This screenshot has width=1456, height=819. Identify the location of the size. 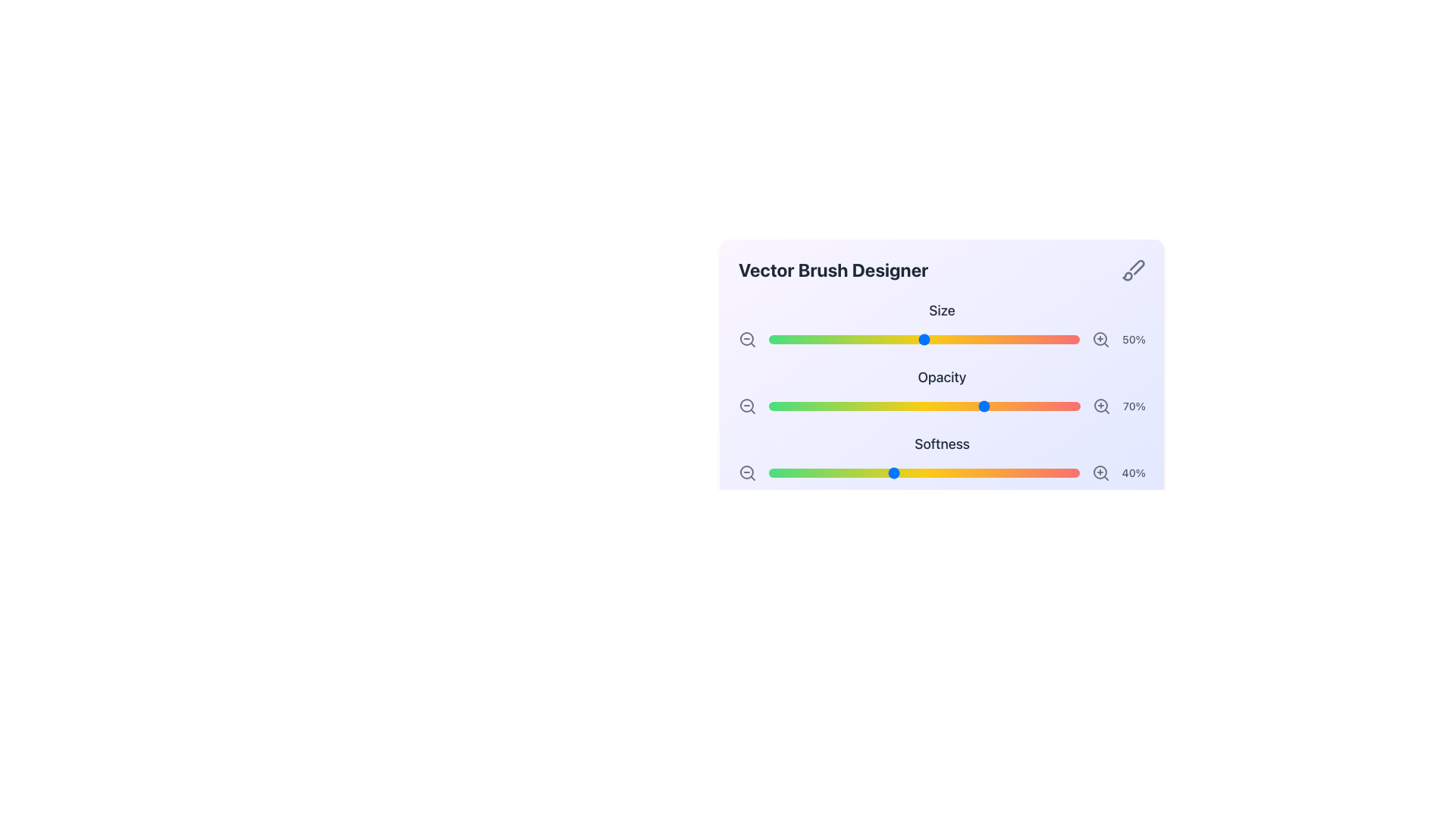
(964, 338).